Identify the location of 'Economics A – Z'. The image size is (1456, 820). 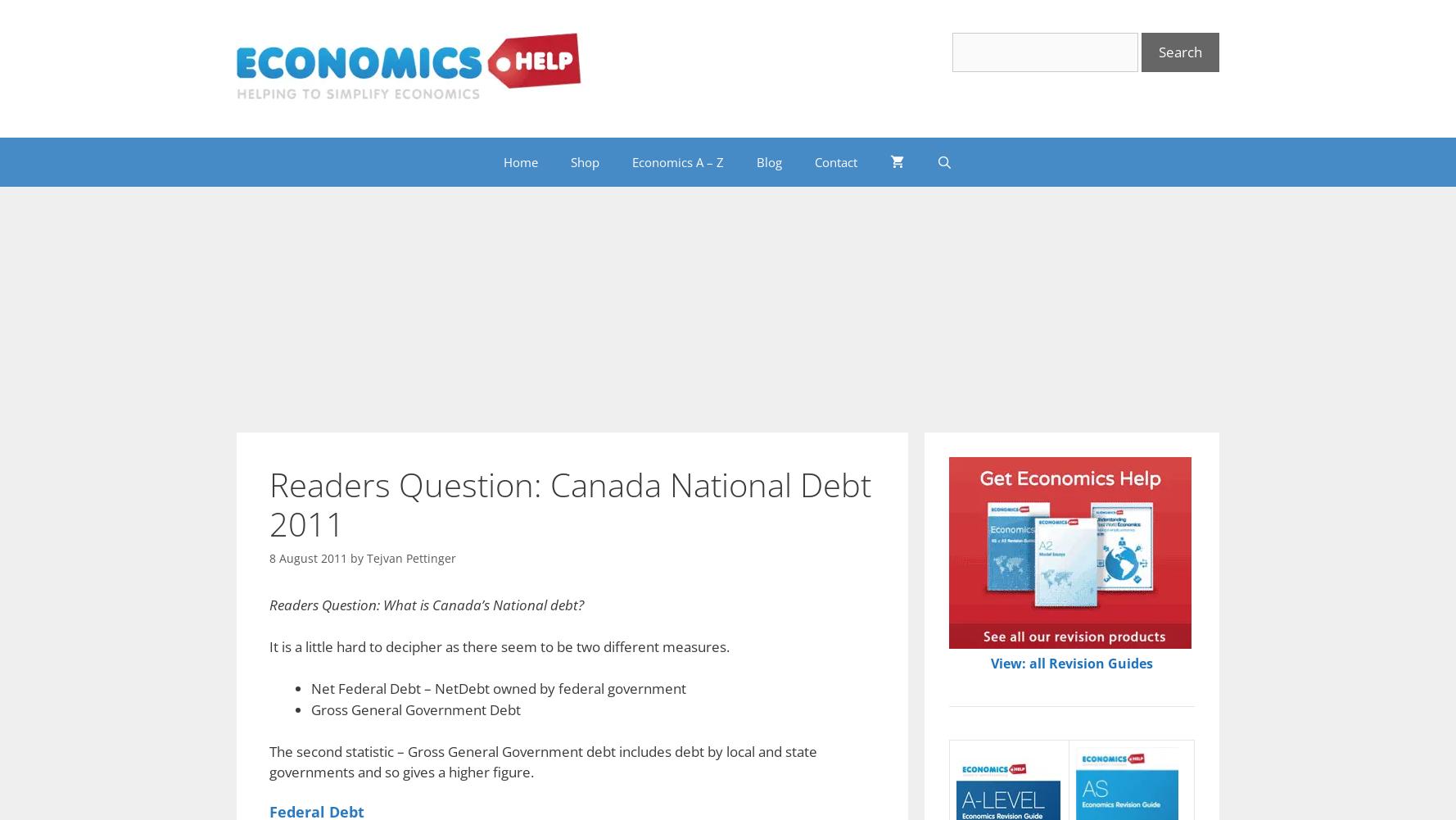
(631, 161).